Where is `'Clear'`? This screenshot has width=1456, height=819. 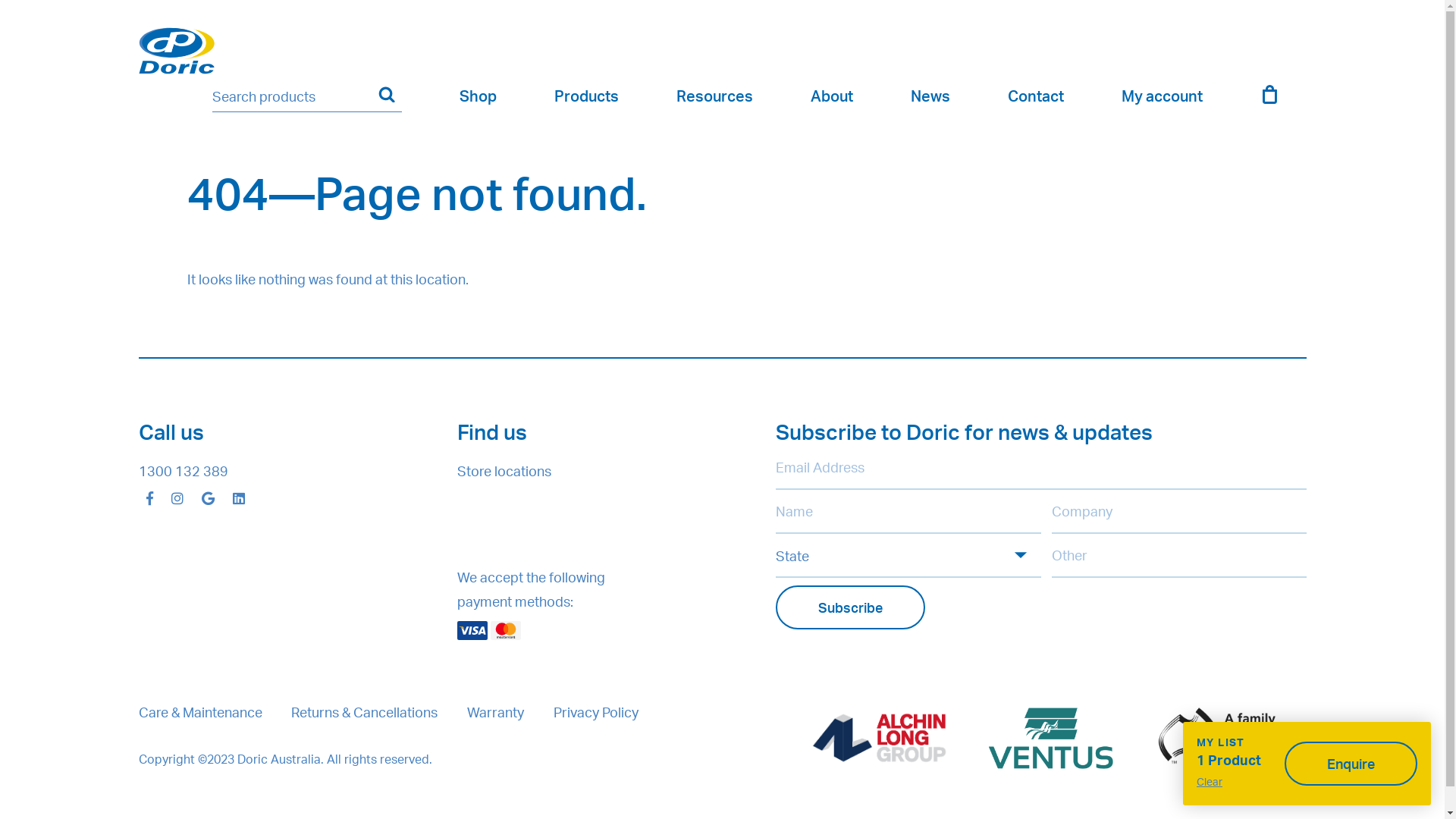 'Clear' is located at coordinates (1196, 782).